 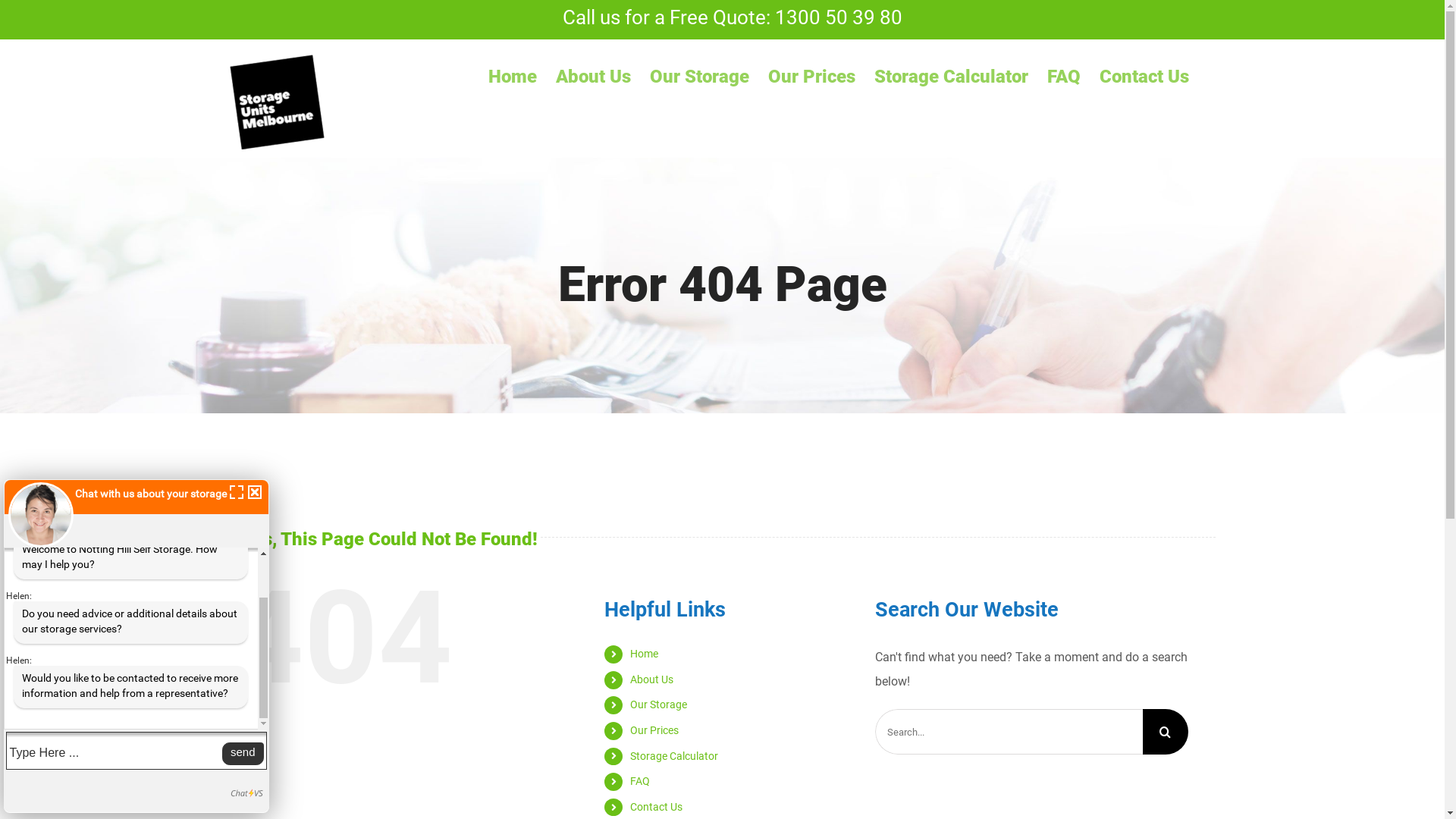 What do you see at coordinates (654, 730) in the screenshot?
I see `'Our Prices'` at bounding box center [654, 730].